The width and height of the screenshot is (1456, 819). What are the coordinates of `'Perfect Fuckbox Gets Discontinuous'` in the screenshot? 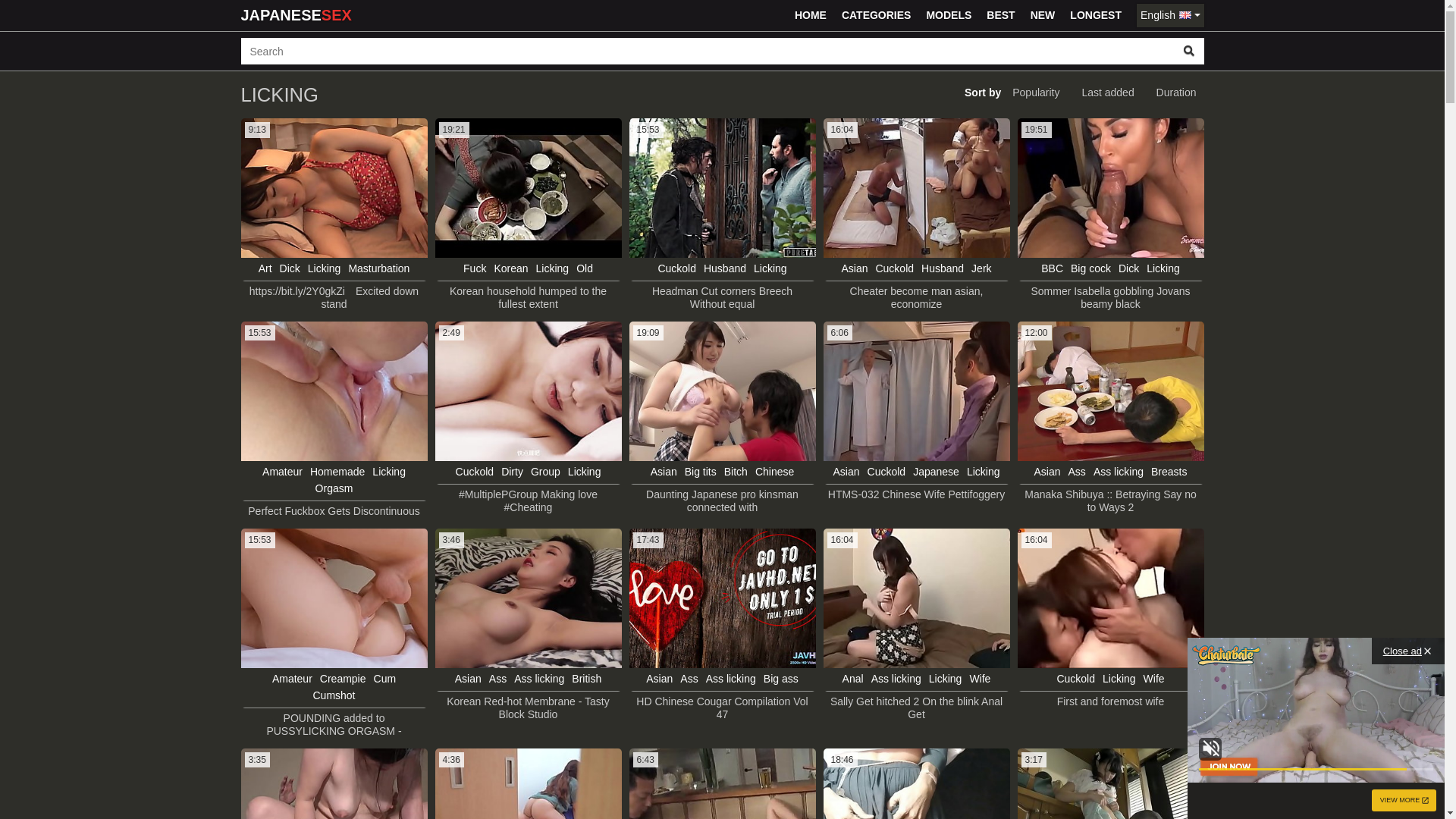 It's located at (333, 511).